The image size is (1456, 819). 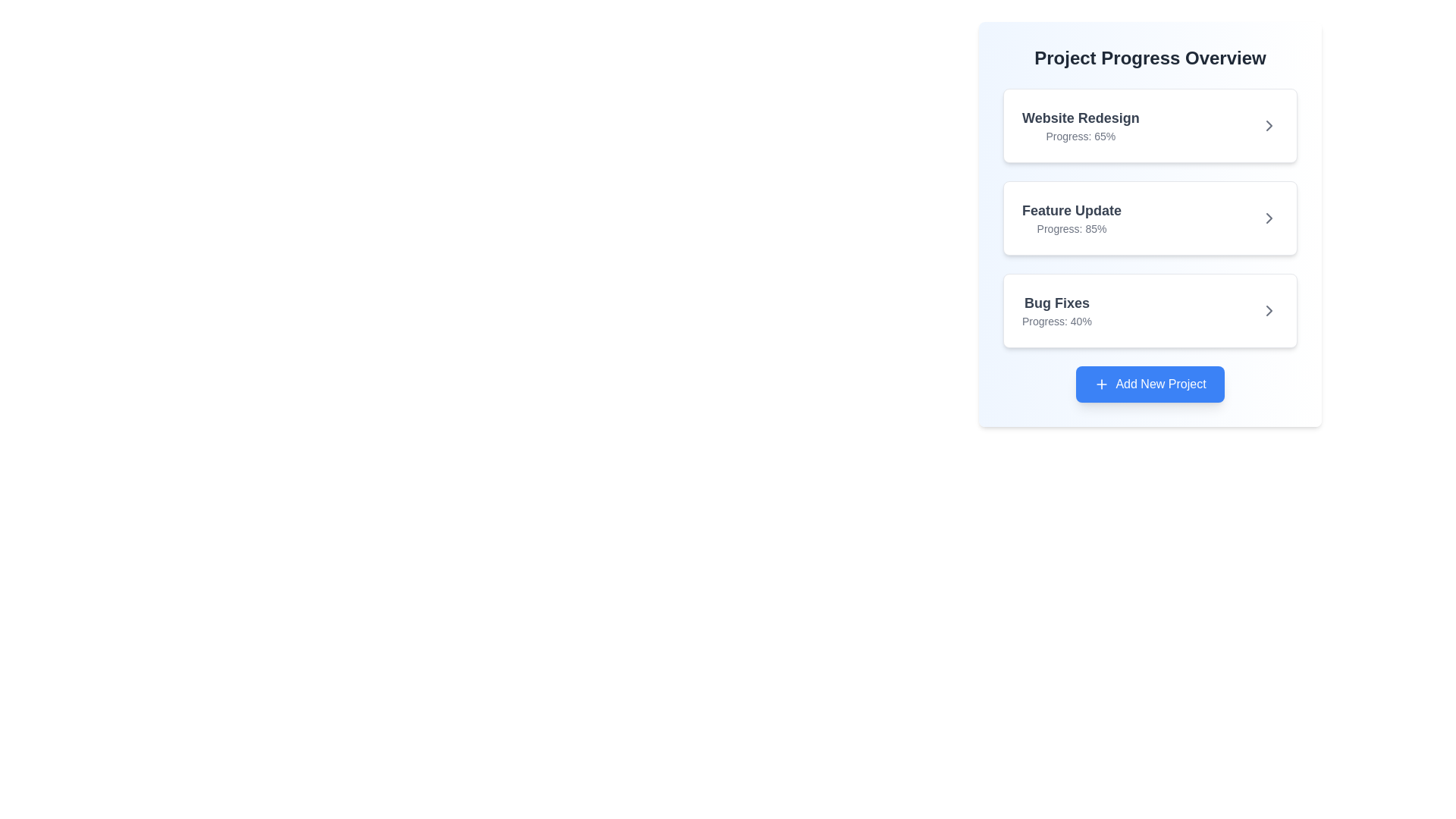 I want to click on the text label indicating the name of a project in the 'Project Progress Overview' panel, located in the upper left corner of the first rectangular section, above the progress text 'Progress: 65%', so click(x=1080, y=117).